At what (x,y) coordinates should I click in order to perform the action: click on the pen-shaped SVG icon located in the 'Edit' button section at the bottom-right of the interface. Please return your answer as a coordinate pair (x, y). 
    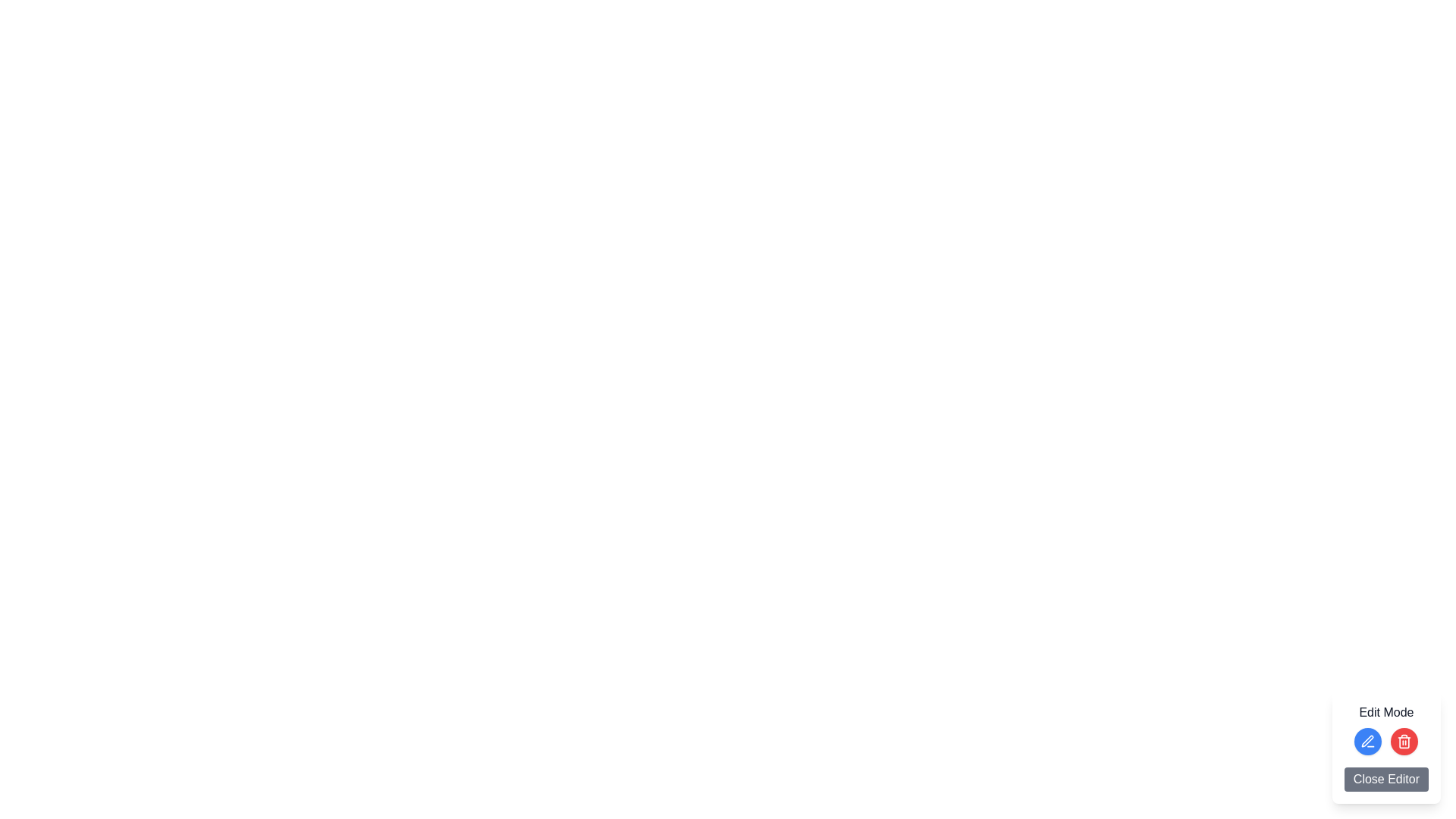
    Looking at the image, I should click on (1368, 740).